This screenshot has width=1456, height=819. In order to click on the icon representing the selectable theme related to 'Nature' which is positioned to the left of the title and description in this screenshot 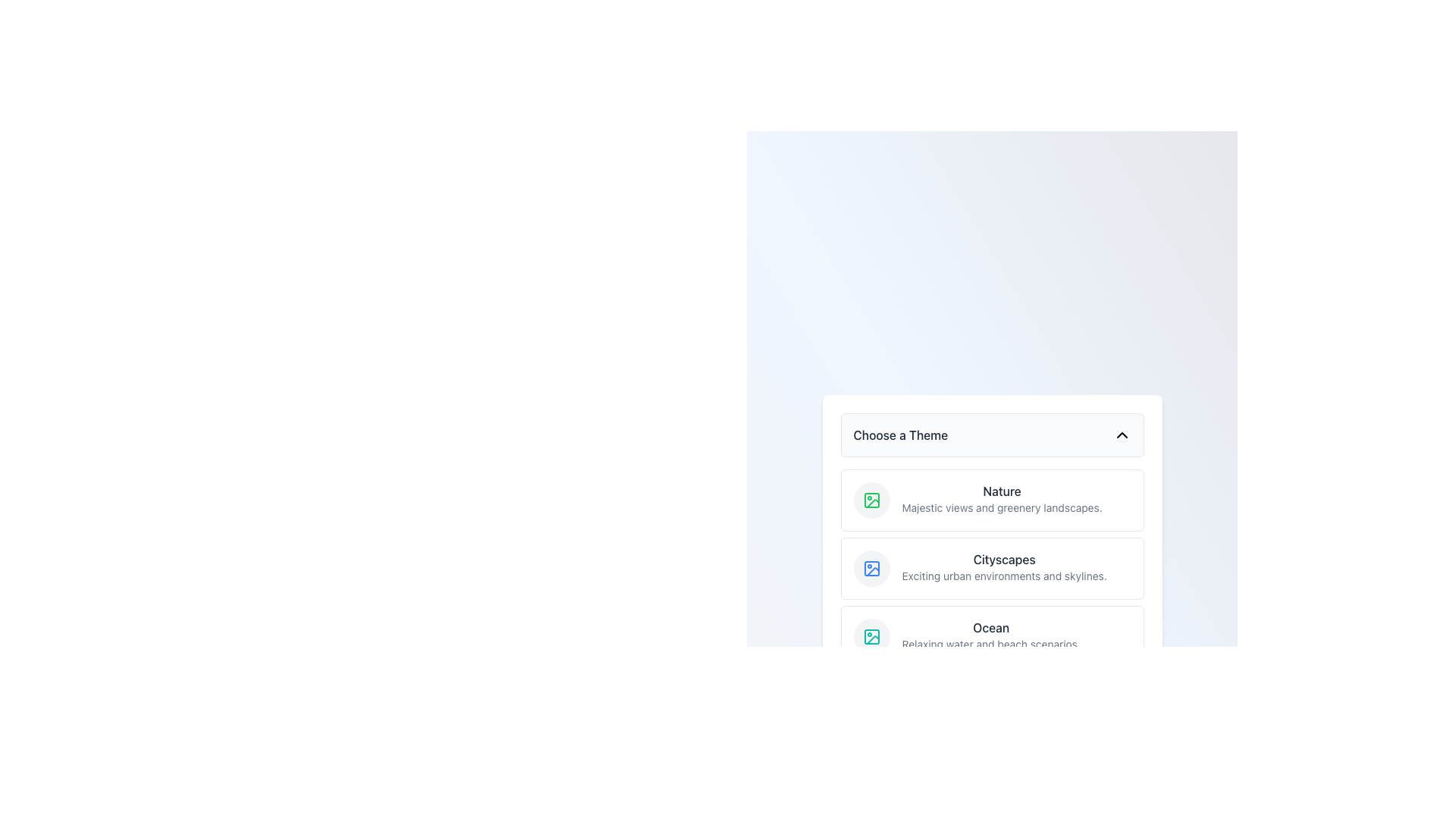, I will do `click(871, 500)`.